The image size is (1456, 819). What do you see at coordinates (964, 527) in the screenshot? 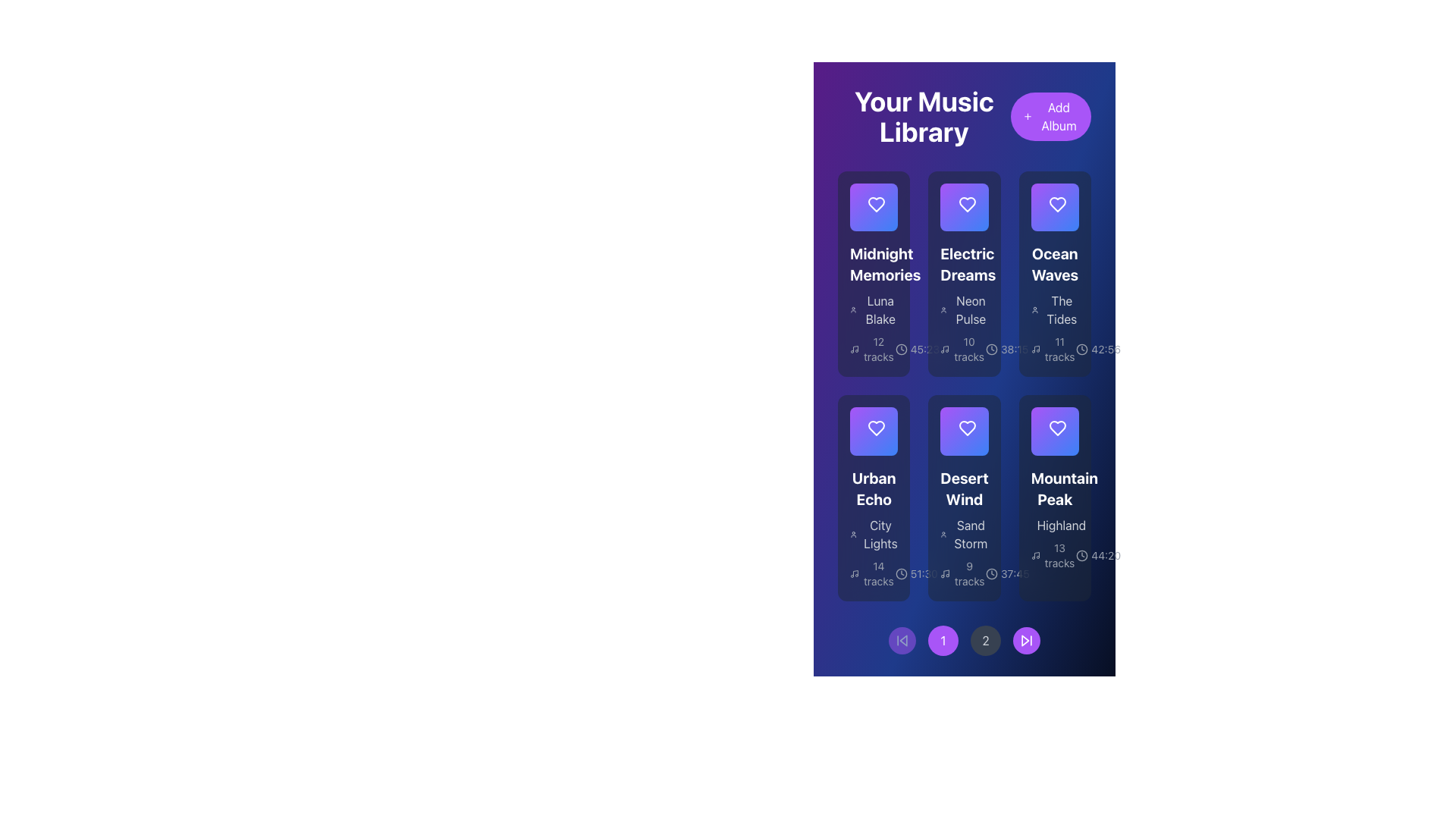
I see `subtitle text located within the card labeled 'Desert Wind', positioned below the primary title in the second row, second column of the grid layout` at bounding box center [964, 527].